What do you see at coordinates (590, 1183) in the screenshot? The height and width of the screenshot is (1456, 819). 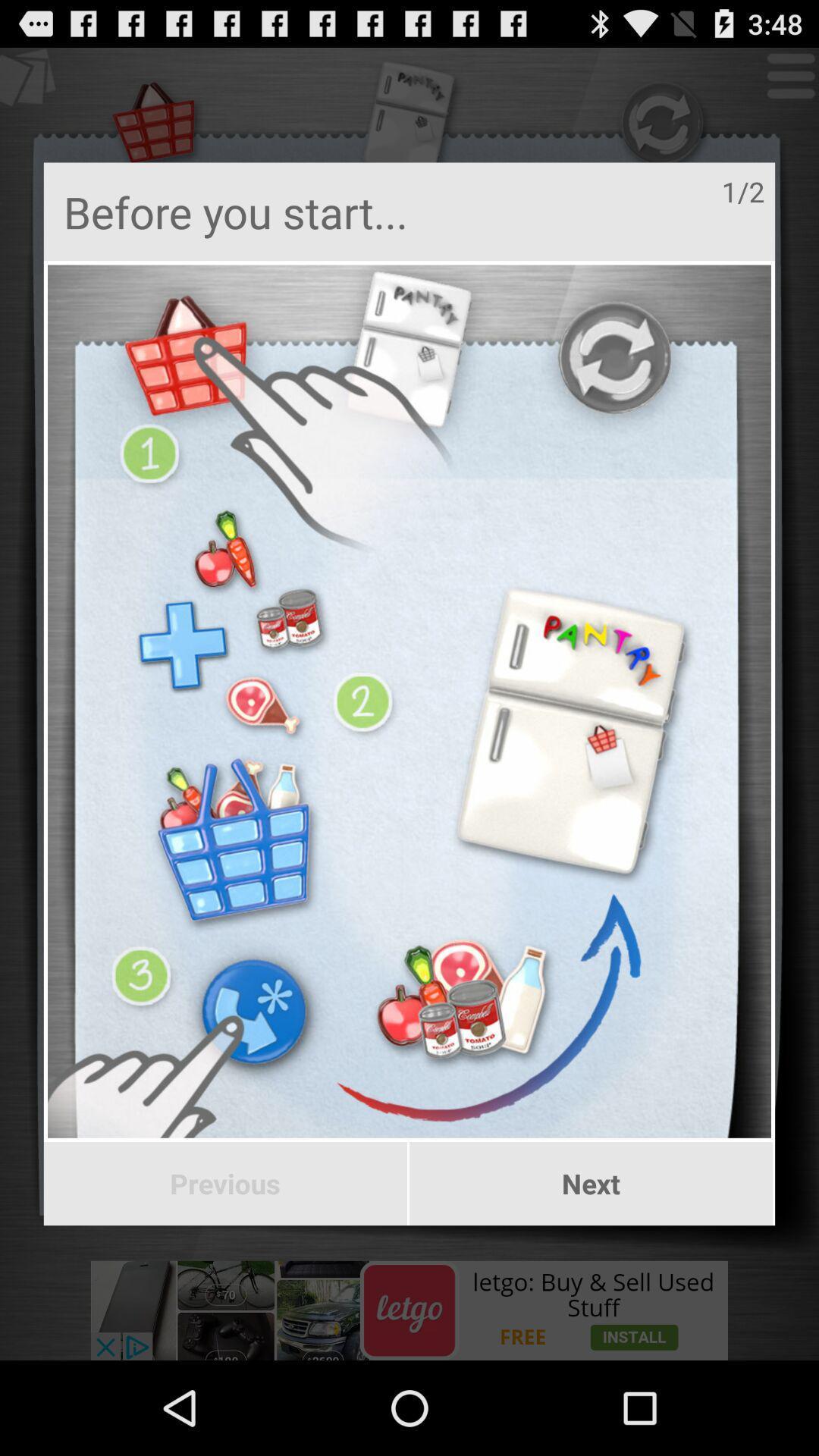 I see `the next icon` at bounding box center [590, 1183].